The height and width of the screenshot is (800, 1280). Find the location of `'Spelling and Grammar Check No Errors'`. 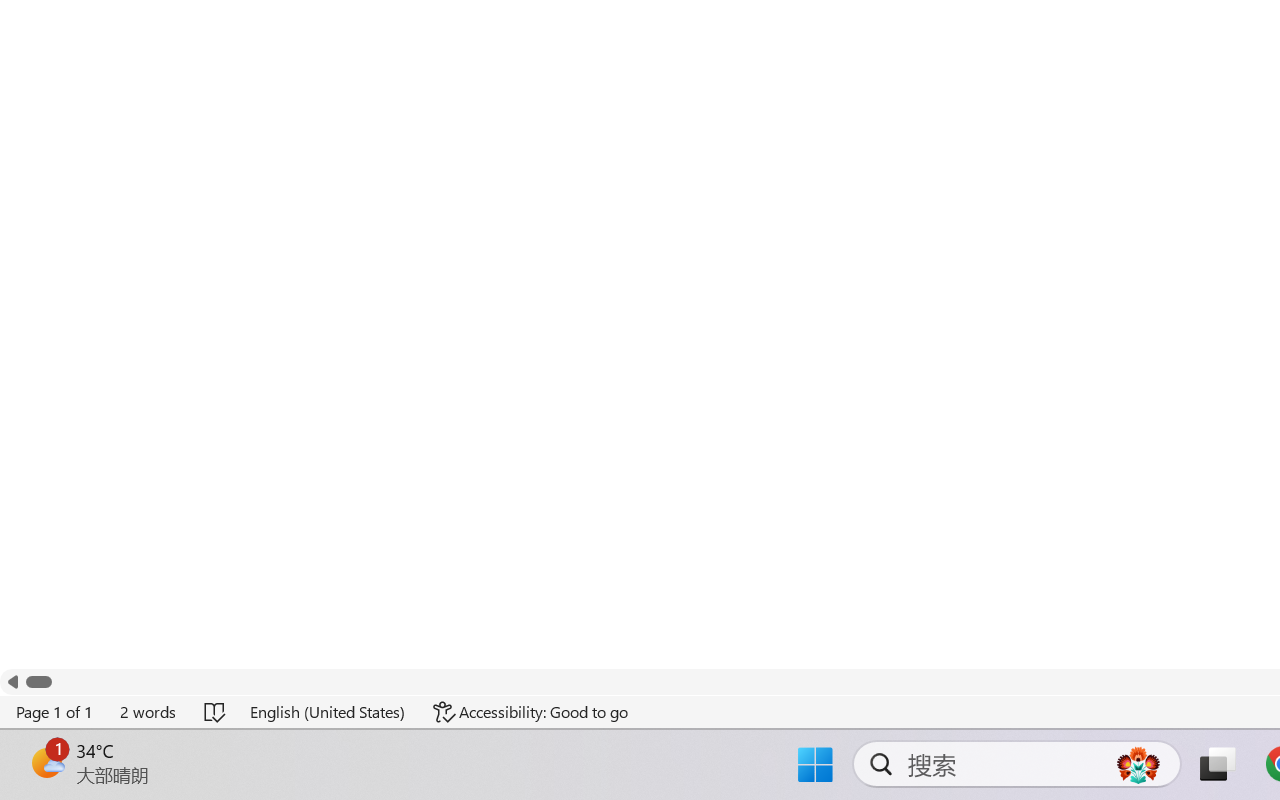

'Spelling and Grammar Check No Errors' is located at coordinates (216, 711).